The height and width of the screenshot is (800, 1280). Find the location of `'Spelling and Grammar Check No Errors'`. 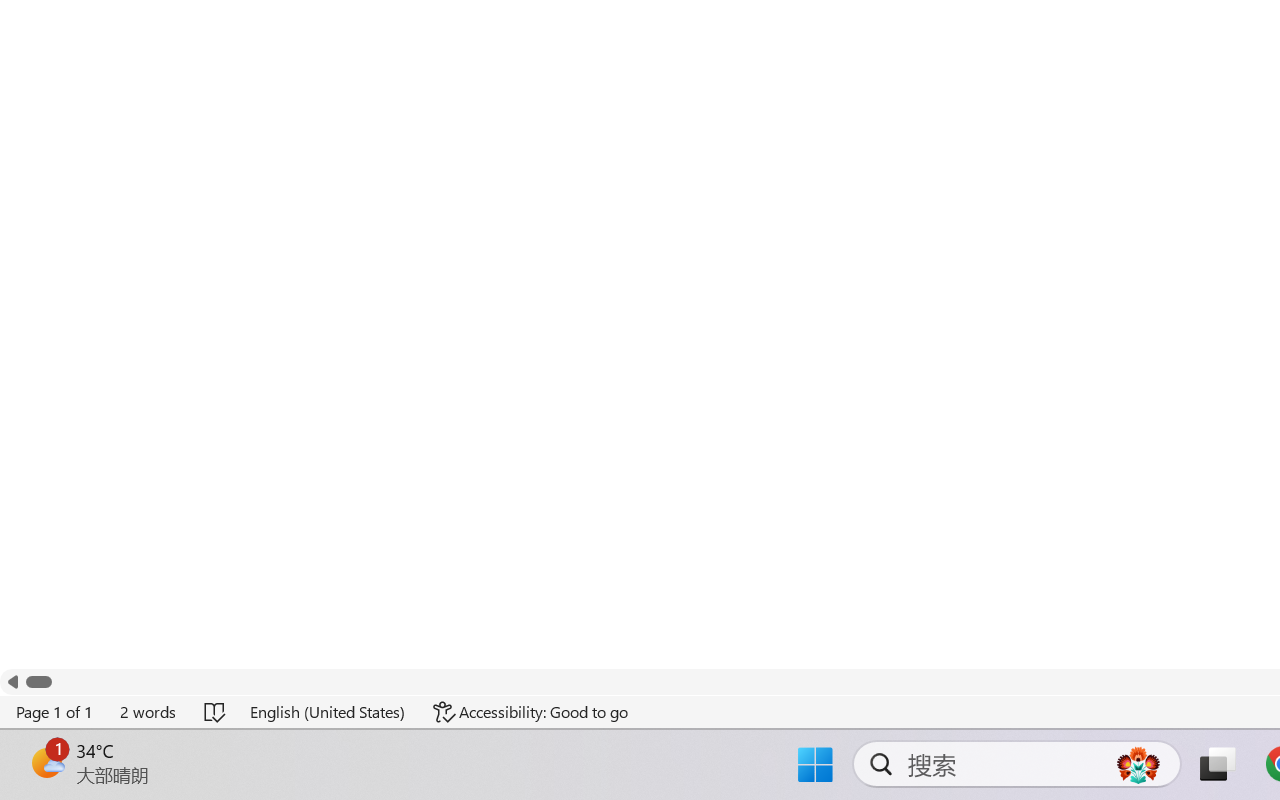

'Spelling and Grammar Check No Errors' is located at coordinates (216, 711).